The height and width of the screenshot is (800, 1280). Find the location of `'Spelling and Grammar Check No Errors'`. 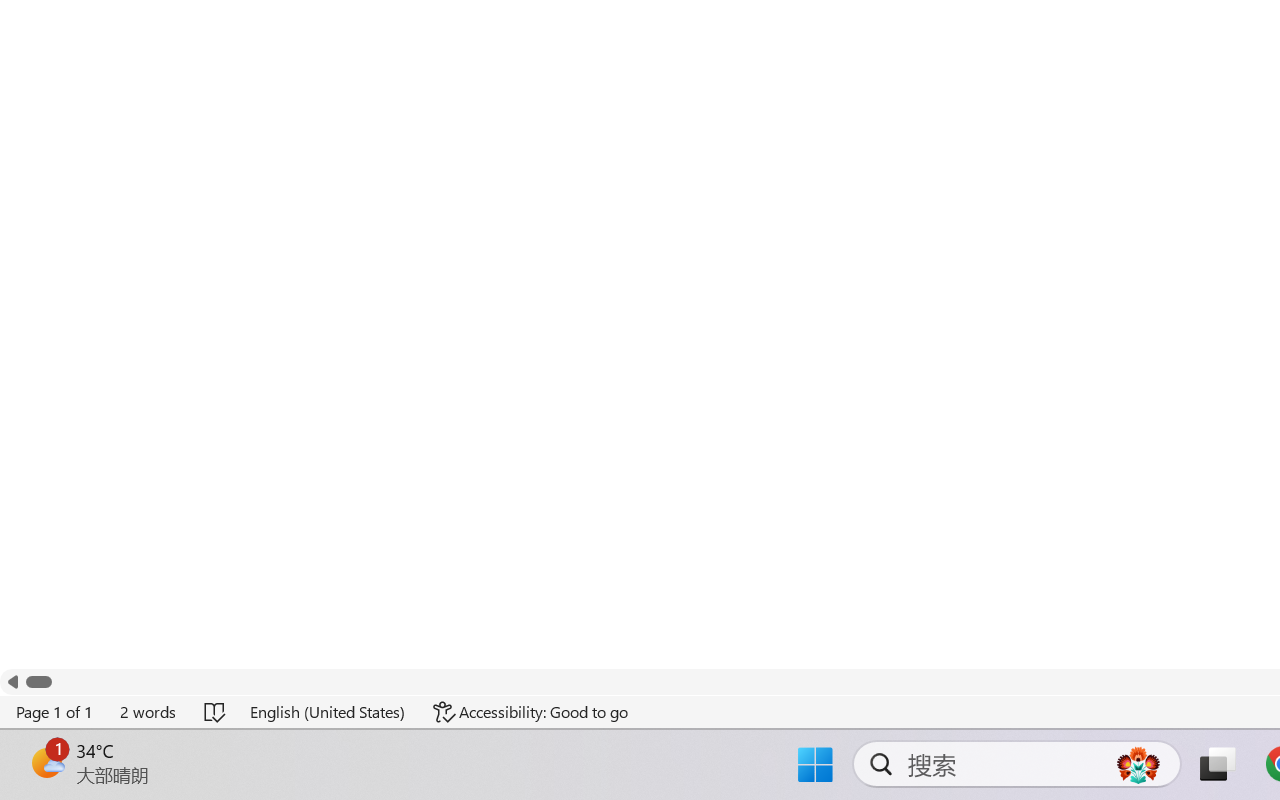

'Spelling and Grammar Check No Errors' is located at coordinates (216, 711).